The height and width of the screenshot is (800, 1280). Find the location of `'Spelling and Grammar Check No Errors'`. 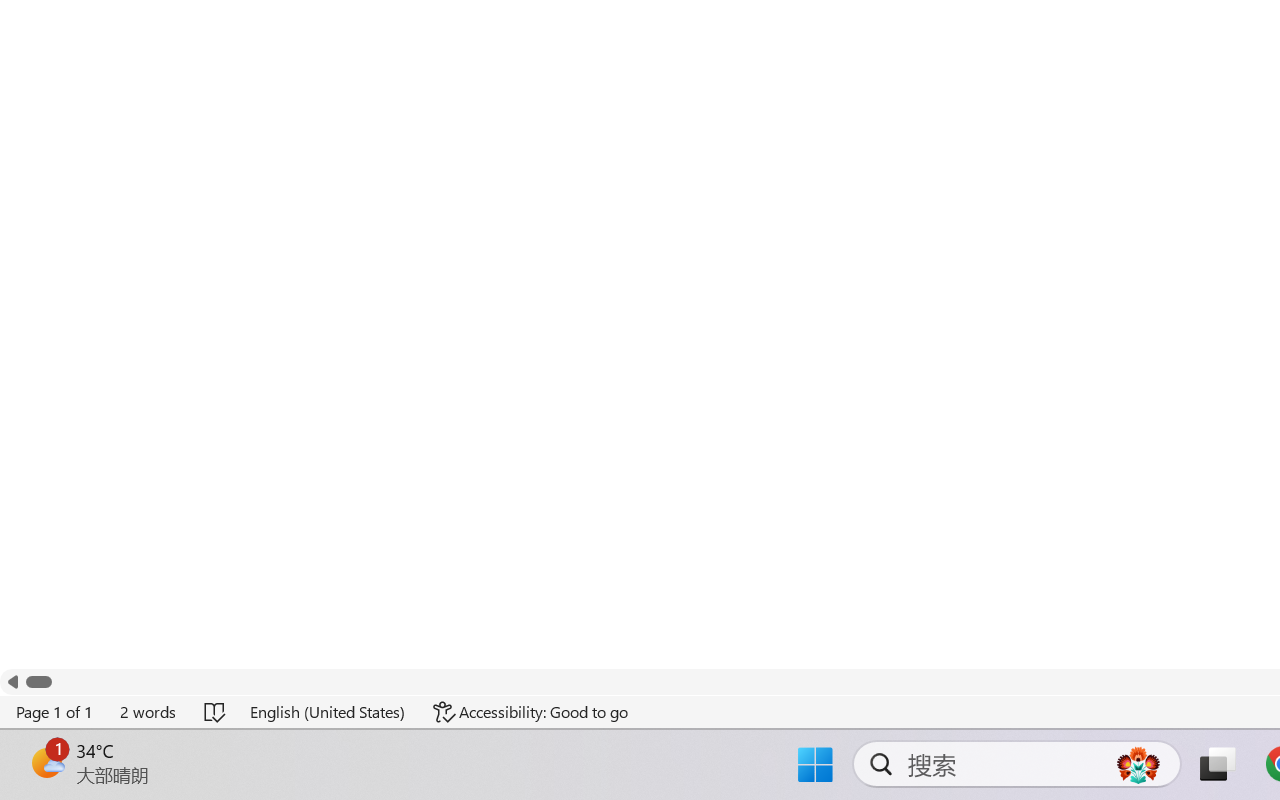

'Spelling and Grammar Check No Errors' is located at coordinates (216, 711).